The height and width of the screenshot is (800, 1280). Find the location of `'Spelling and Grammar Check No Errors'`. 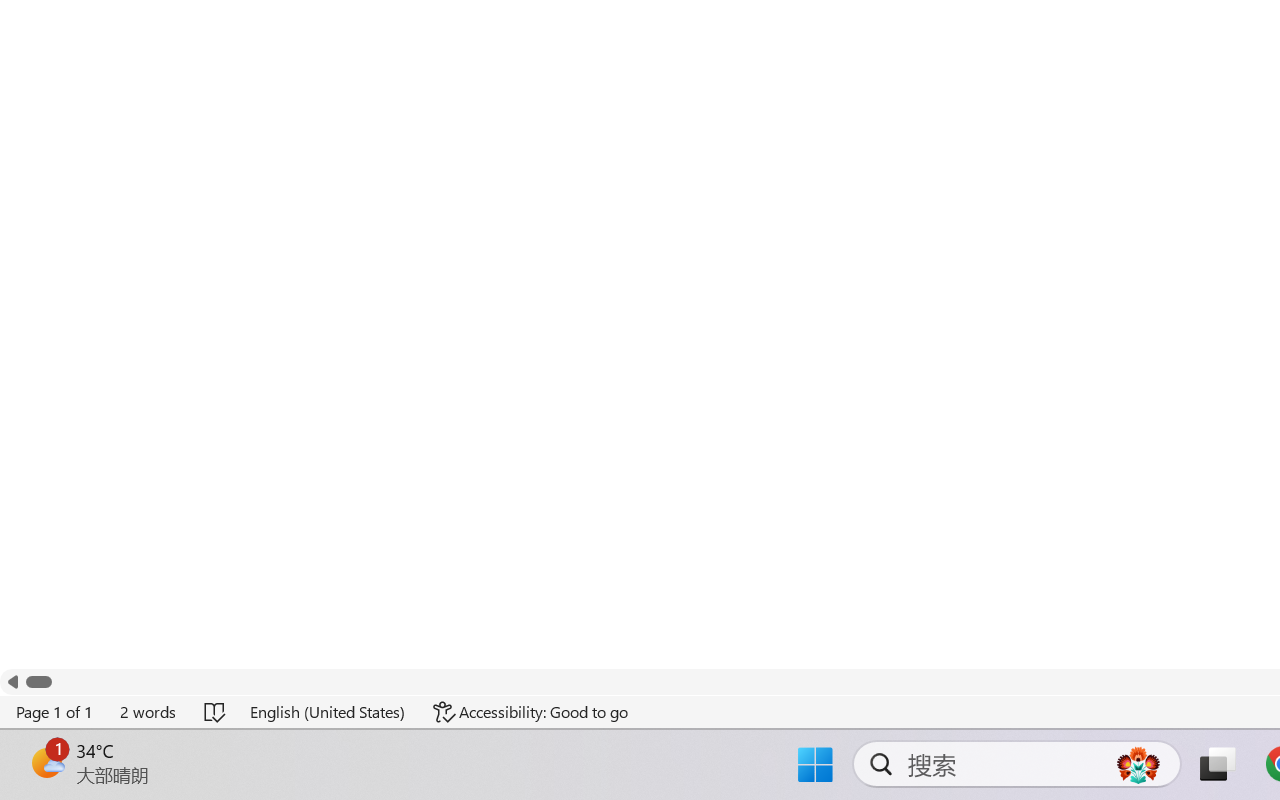

'Spelling and Grammar Check No Errors' is located at coordinates (216, 711).